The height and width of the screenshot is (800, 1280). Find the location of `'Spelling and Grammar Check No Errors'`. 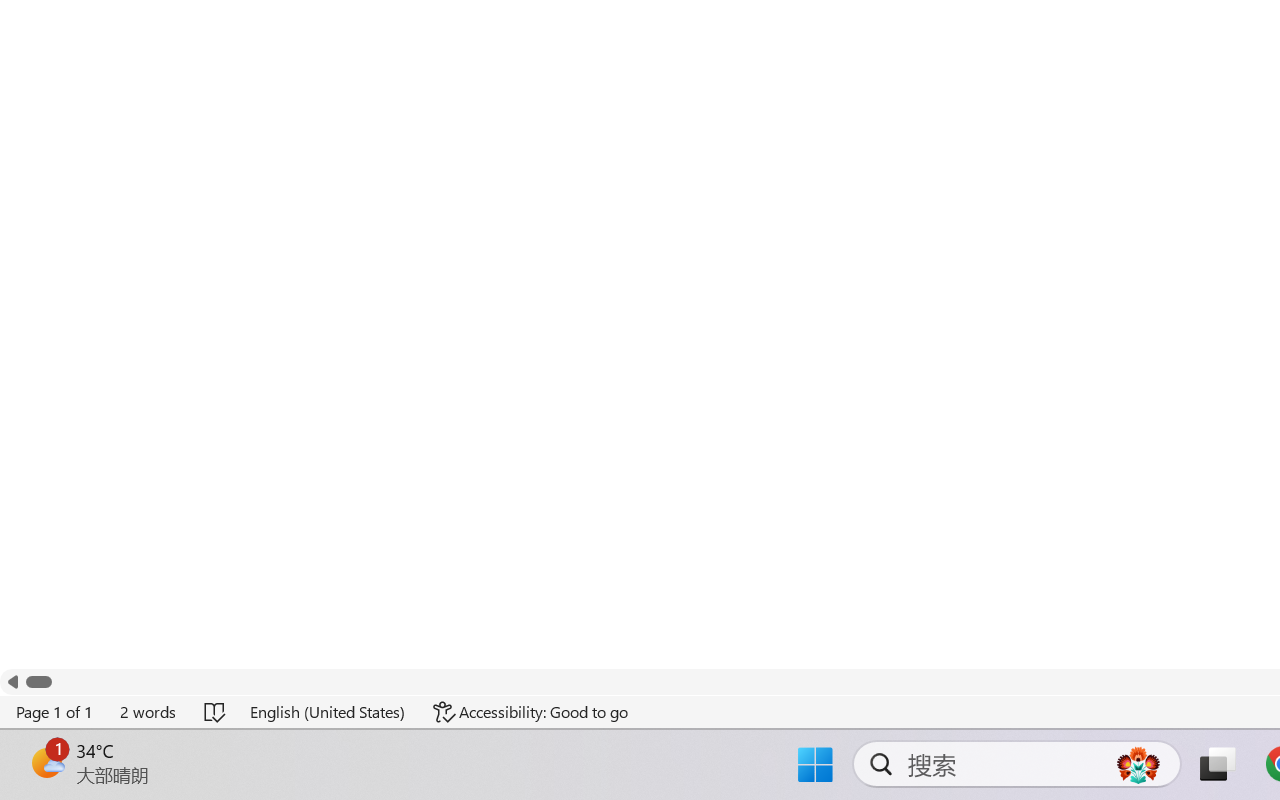

'Spelling and Grammar Check No Errors' is located at coordinates (216, 711).